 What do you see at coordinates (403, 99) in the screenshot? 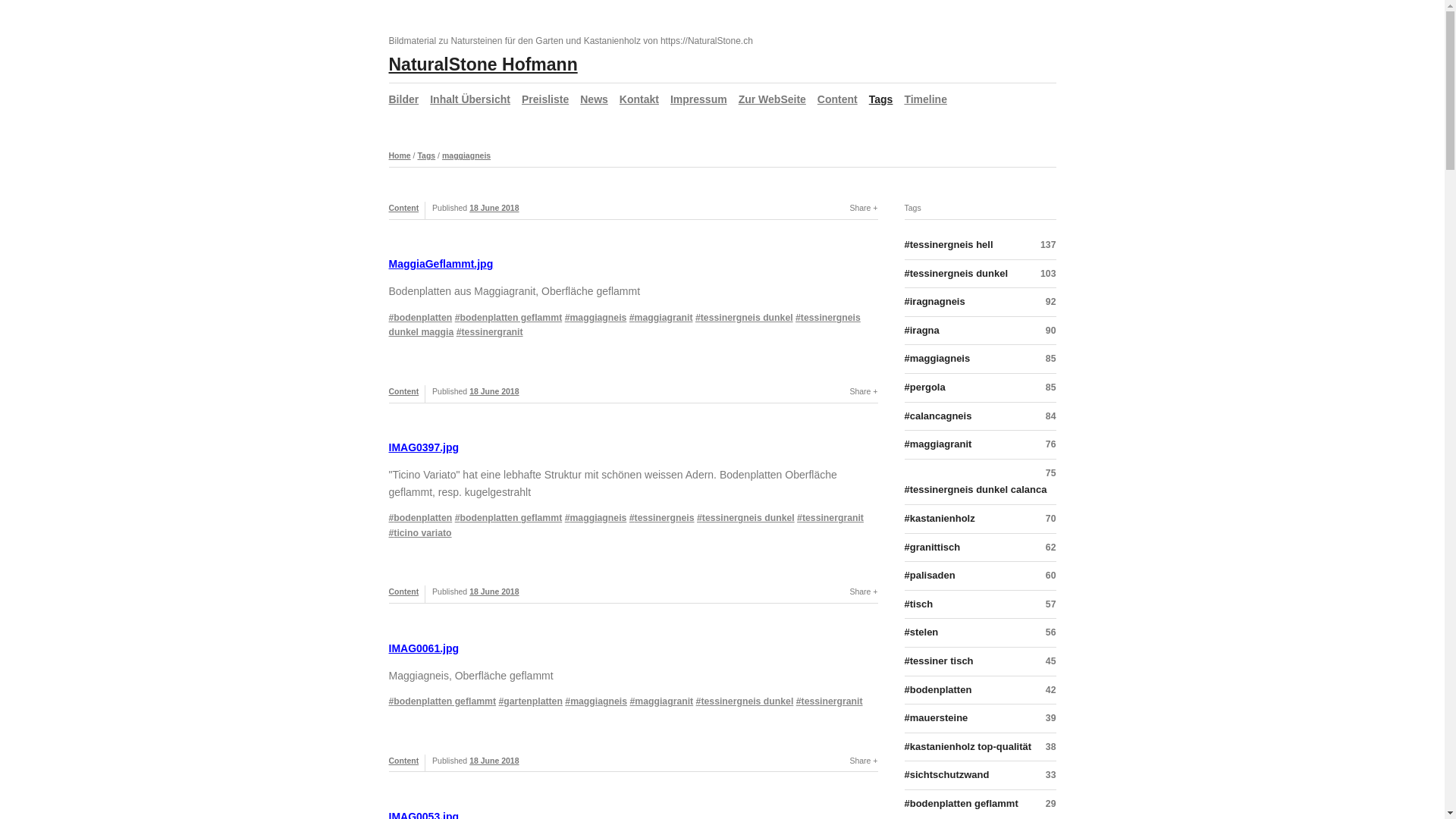
I see `'Bilder'` at bounding box center [403, 99].